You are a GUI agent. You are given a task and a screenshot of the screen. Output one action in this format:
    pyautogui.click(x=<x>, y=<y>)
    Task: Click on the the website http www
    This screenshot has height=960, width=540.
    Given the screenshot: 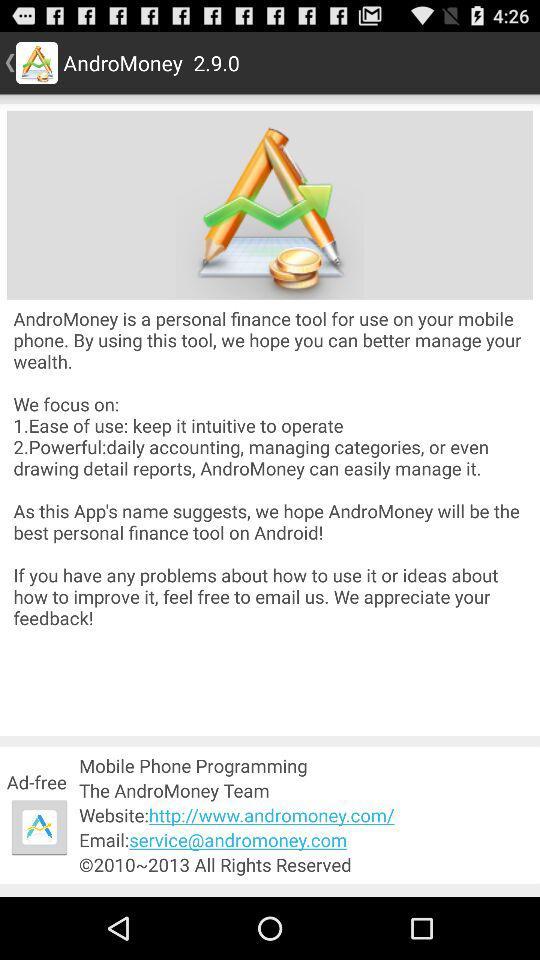 What is the action you would take?
    pyautogui.click(x=306, y=815)
    